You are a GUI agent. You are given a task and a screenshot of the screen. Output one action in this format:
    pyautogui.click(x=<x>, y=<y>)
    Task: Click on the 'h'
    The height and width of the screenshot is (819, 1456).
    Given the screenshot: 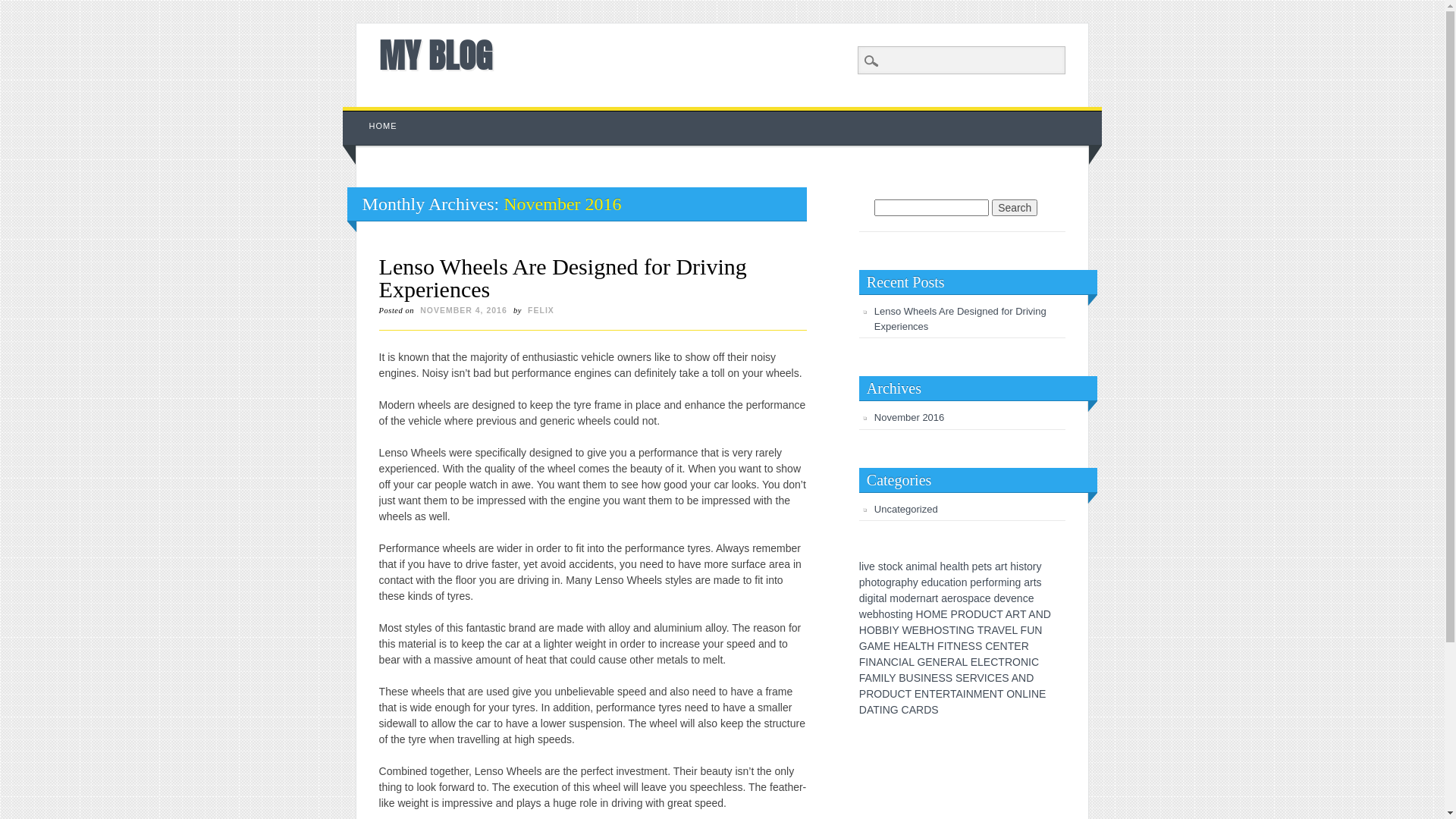 What is the action you would take?
    pyautogui.click(x=942, y=566)
    